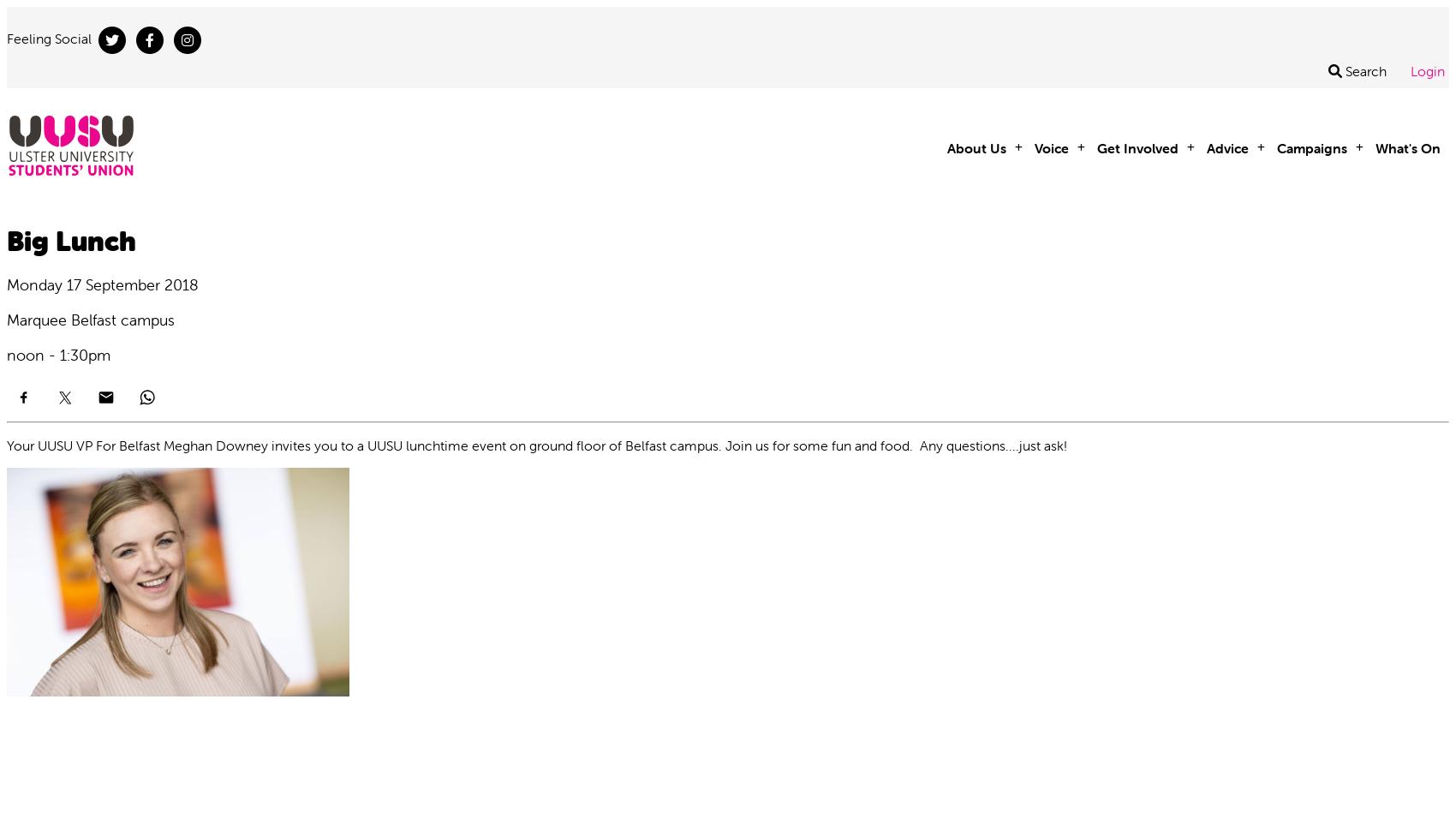 This screenshot has width=1456, height=825. I want to click on 'Marquee Belfast campus', so click(91, 319).